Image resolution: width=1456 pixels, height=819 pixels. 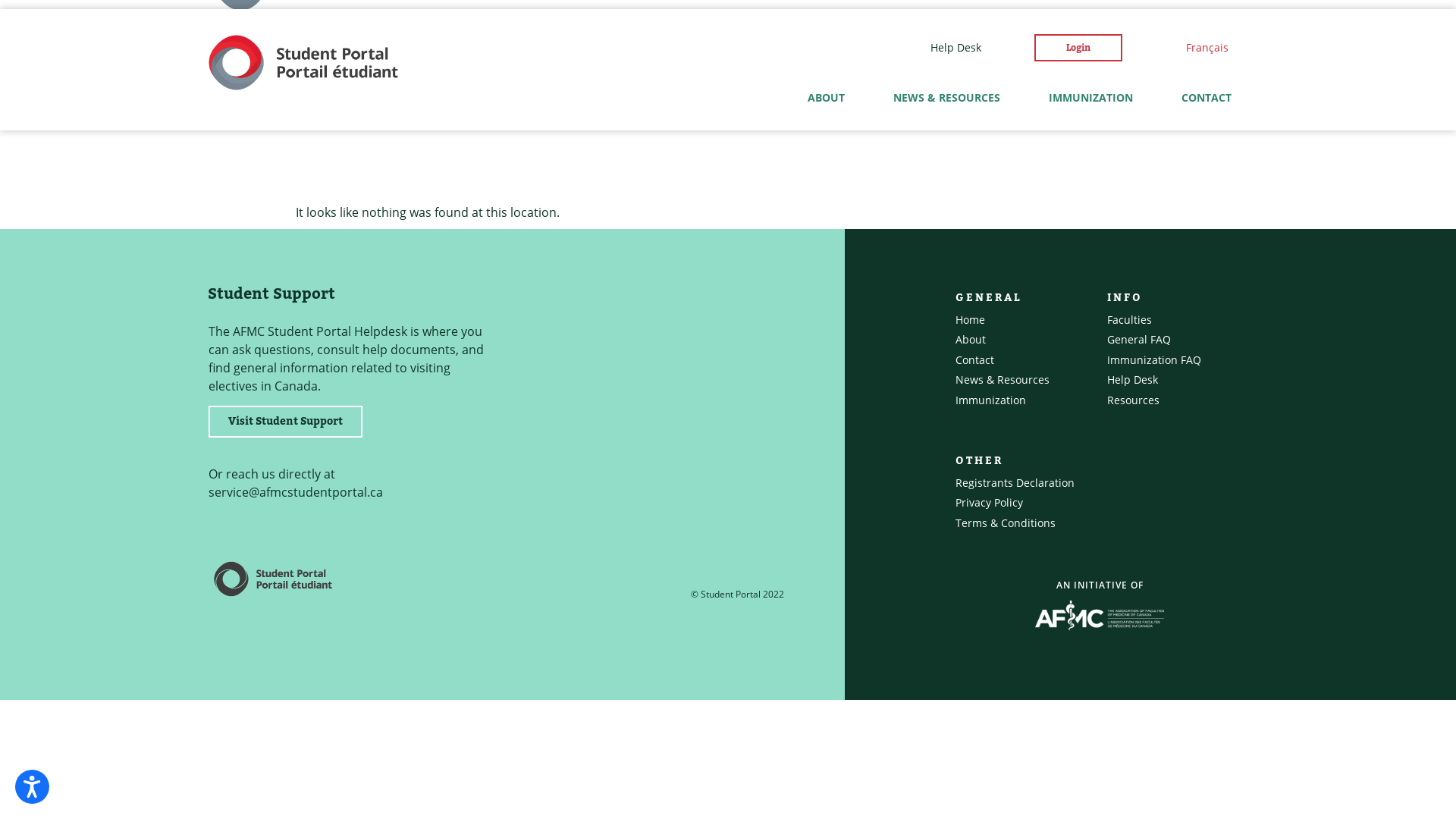 What do you see at coordinates (954, 502) in the screenshot?
I see `'Privacy Policy'` at bounding box center [954, 502].